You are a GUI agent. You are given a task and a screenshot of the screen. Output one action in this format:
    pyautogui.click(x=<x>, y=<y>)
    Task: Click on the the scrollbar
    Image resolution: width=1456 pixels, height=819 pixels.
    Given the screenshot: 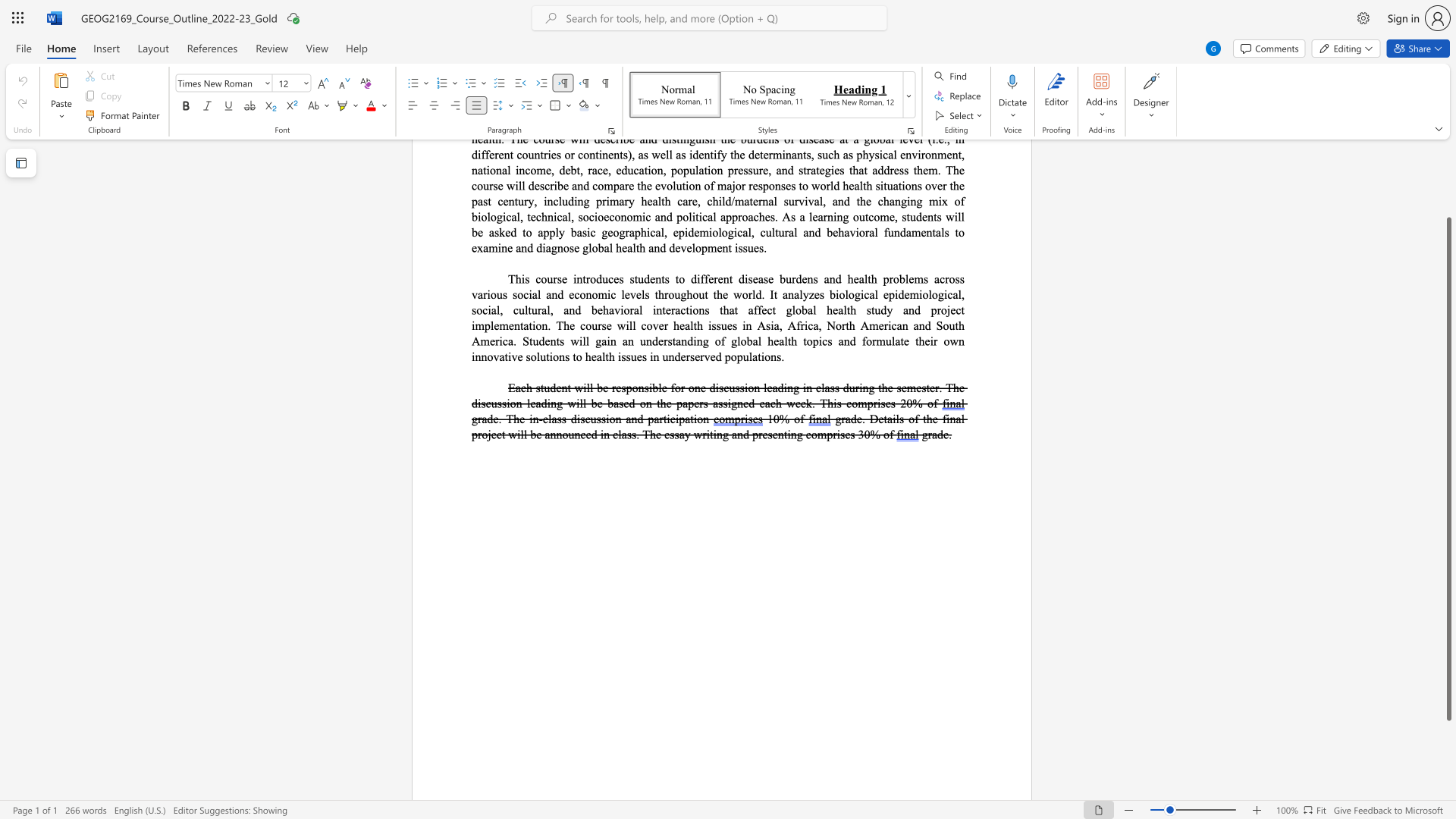 What is the action you would take?
    pyautogui.click(x=1448, y=180)
    